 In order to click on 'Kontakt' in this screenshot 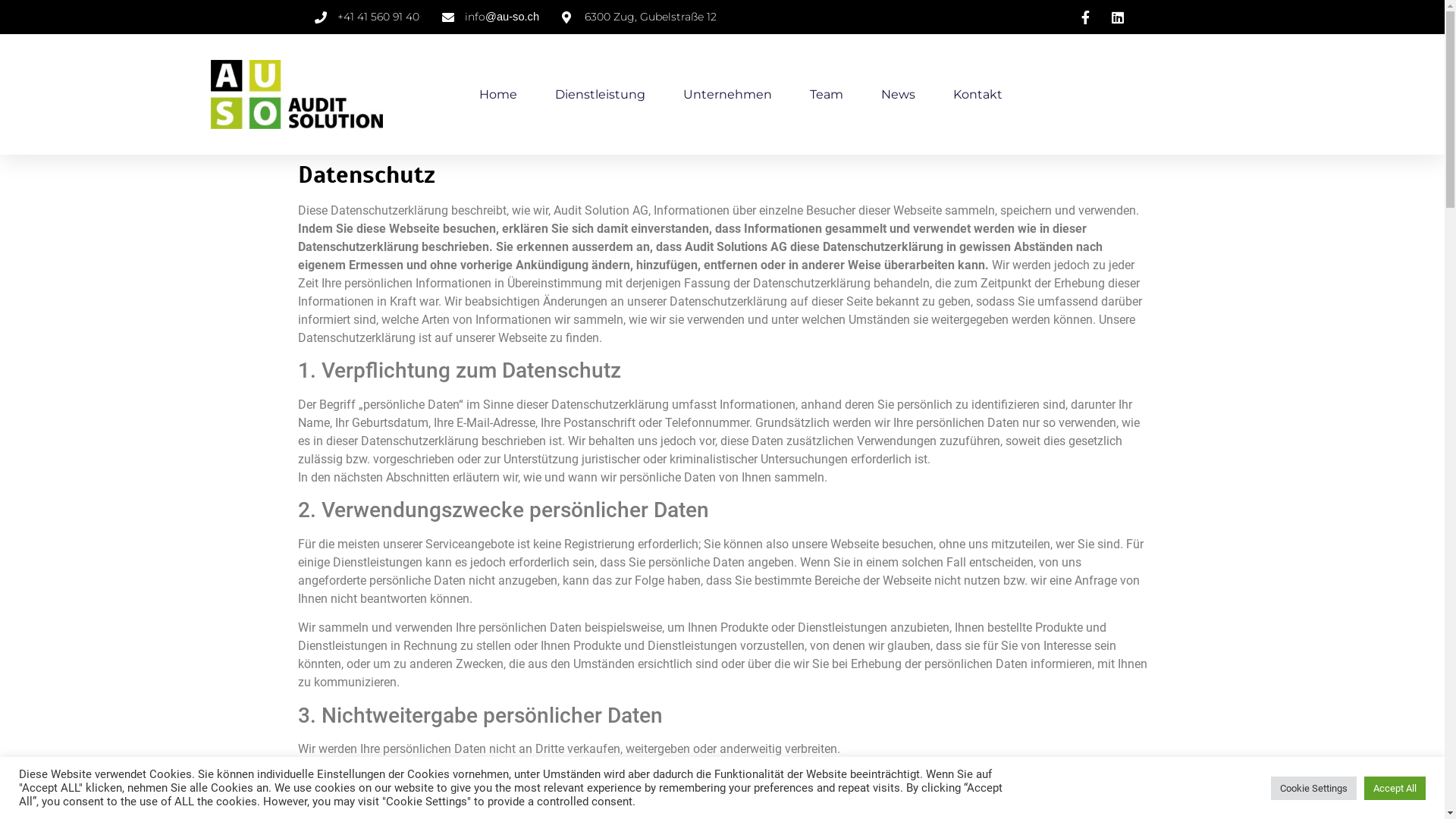, I will do `click(977, 94)`.